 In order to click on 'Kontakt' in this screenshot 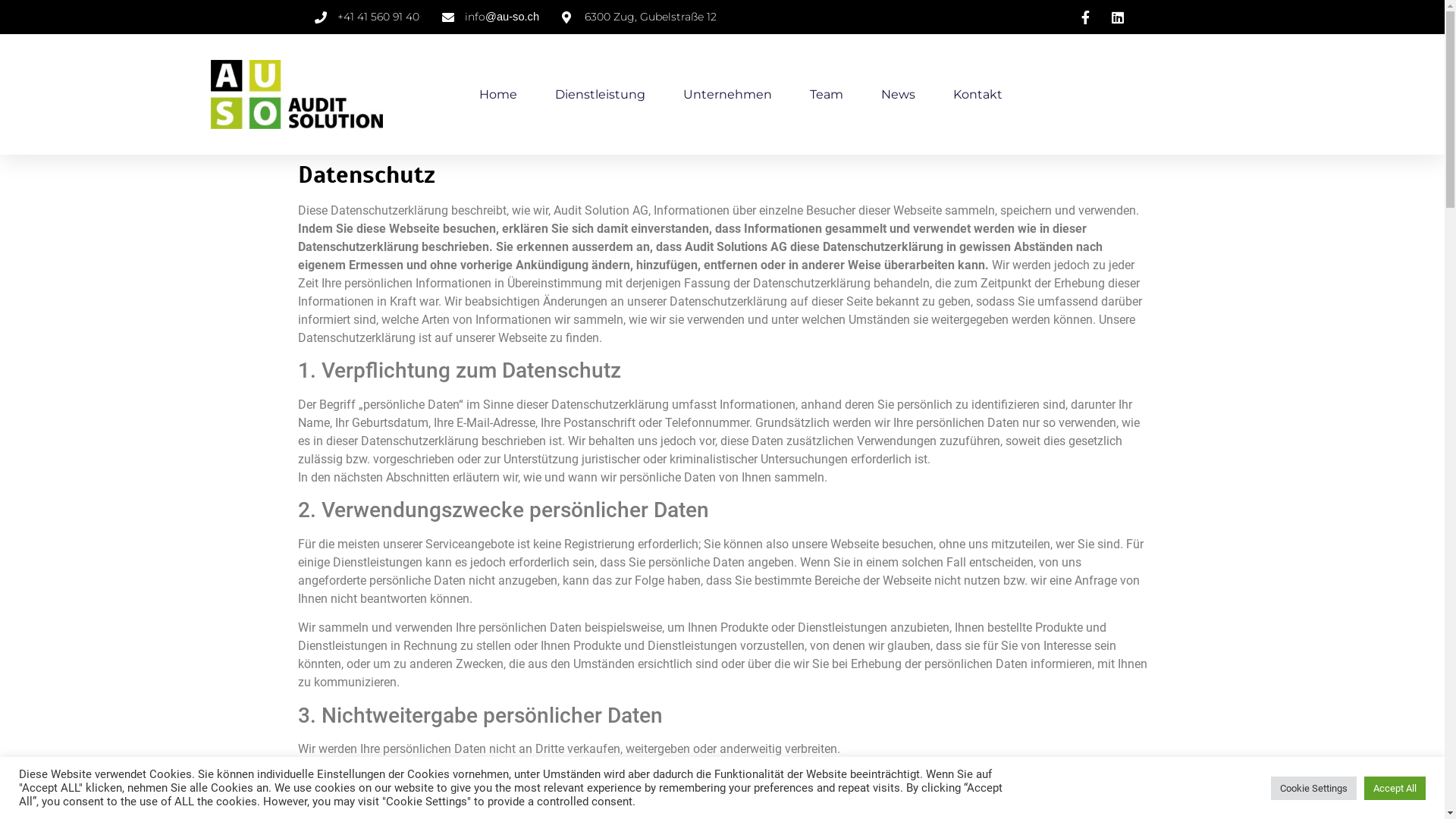, I will do `click(977, 94)`.